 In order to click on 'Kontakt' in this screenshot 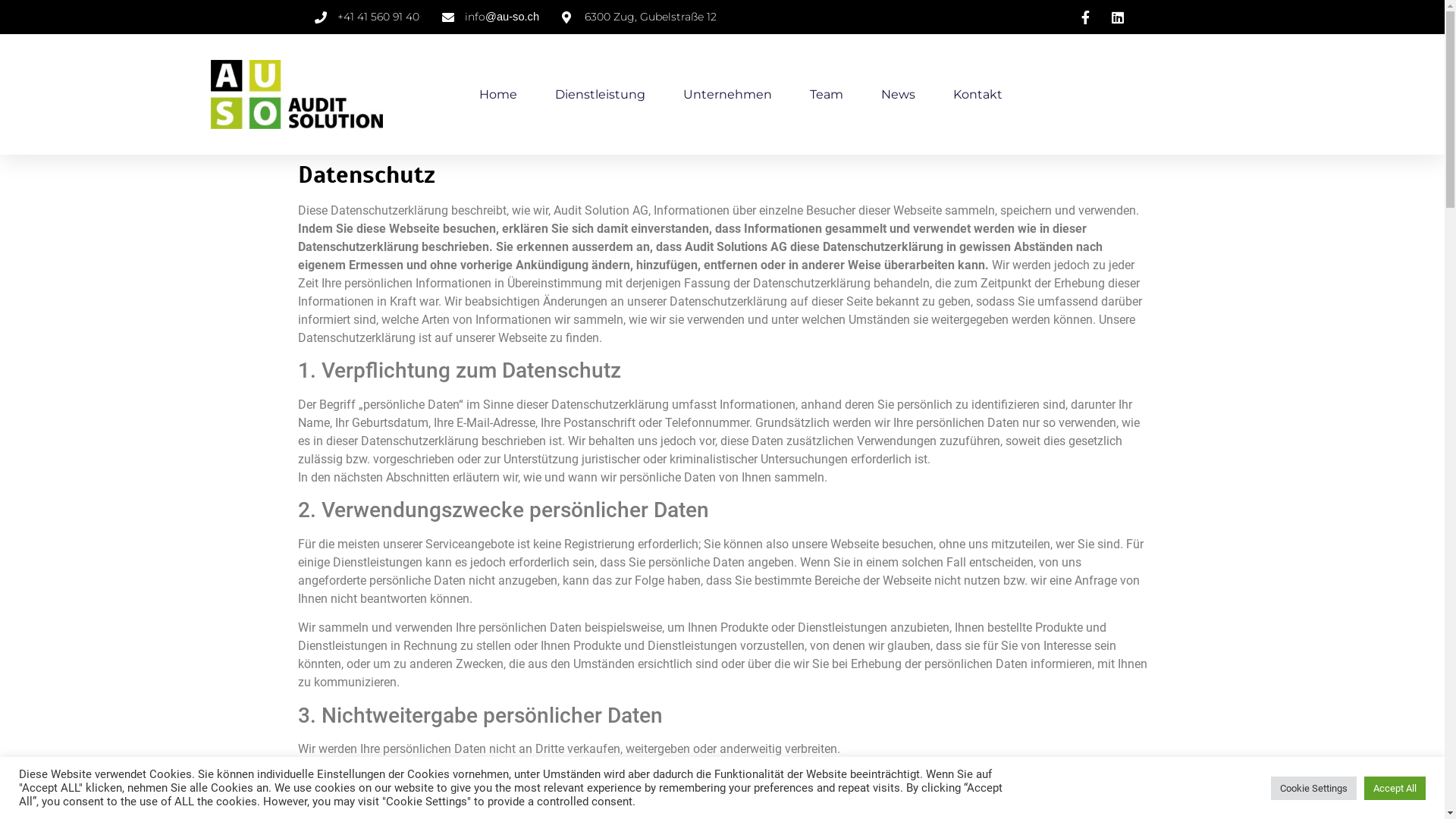, I will do `click(977, 94)`.